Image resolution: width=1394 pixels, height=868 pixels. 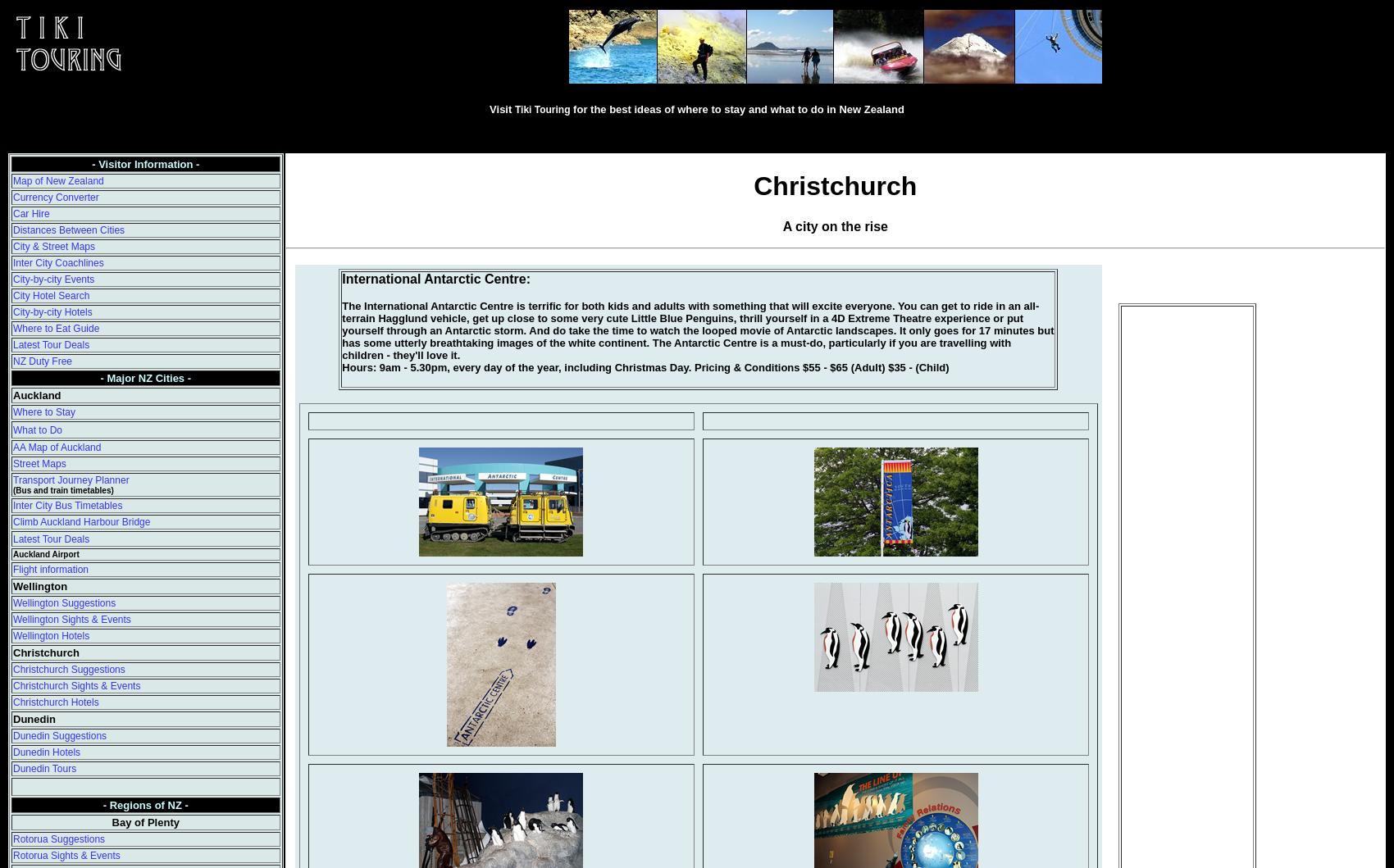 What do you see at coordinates (81, 521) in the screenshot?
I see `'Climb 
          Auckland Harbour Bridge'` at bounding box center [81, 521].